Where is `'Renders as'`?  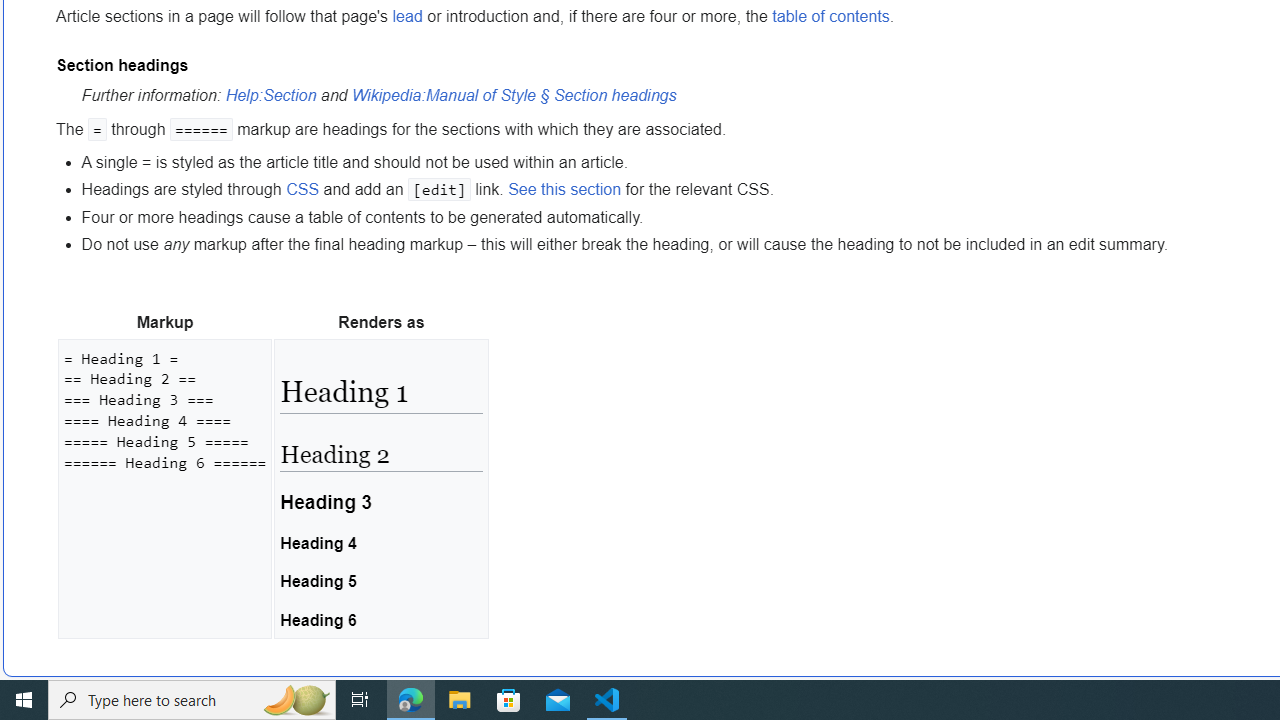
'Renders as' is located at coordinates (381, 321).